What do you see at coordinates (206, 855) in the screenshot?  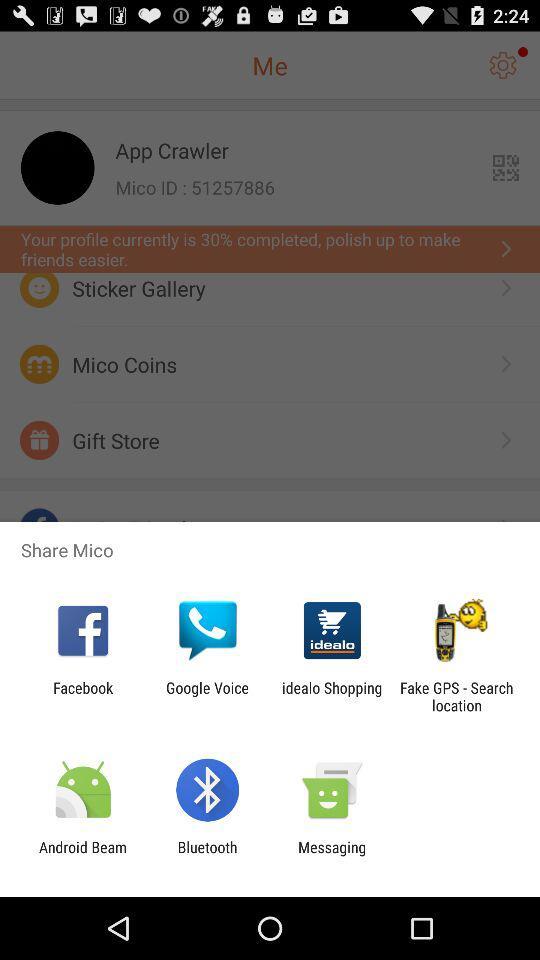 I see `bluetooth` at bounding box center [206, 855].